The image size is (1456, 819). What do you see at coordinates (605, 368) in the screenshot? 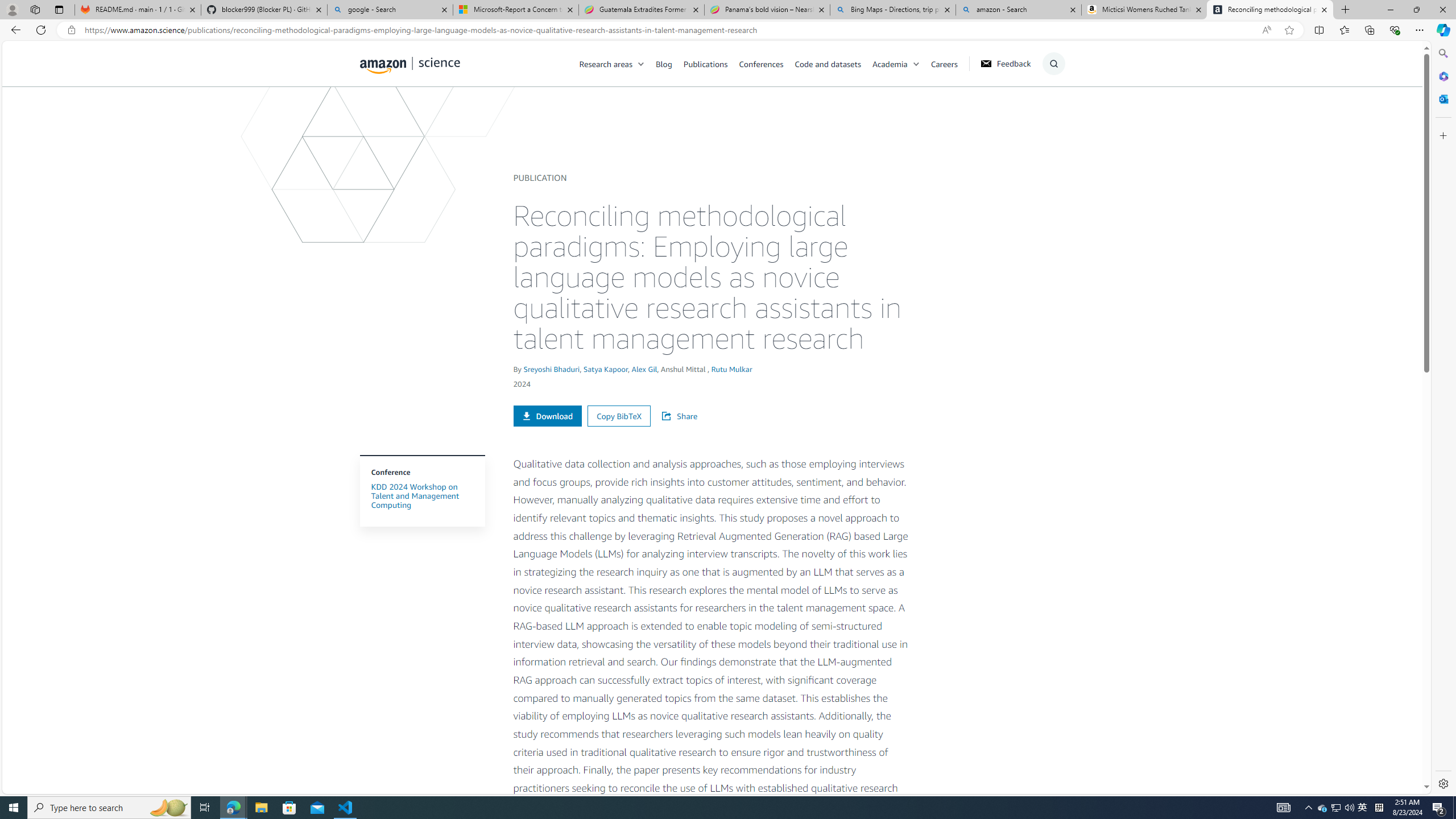
I see `'Satya Kapoor'` at bounding box center [605, 368].